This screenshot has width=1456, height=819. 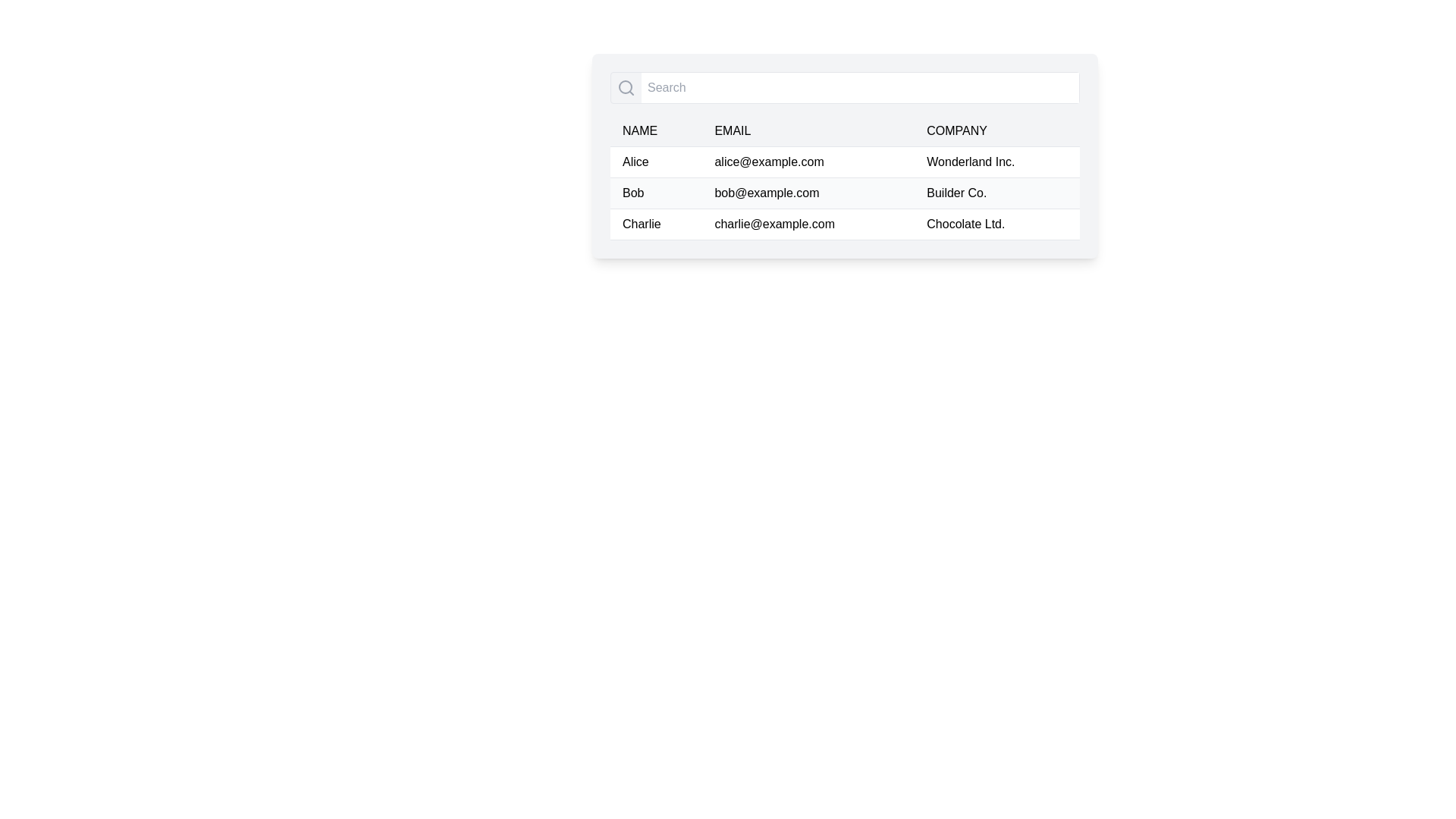 What do you see at coordinates (656, 224) in the screenshot?
I see `the text label displaying 'Charlie', which is located in the first column of the third row of a table, styled with padding and a bottom border` at bounding box center [656, 224].